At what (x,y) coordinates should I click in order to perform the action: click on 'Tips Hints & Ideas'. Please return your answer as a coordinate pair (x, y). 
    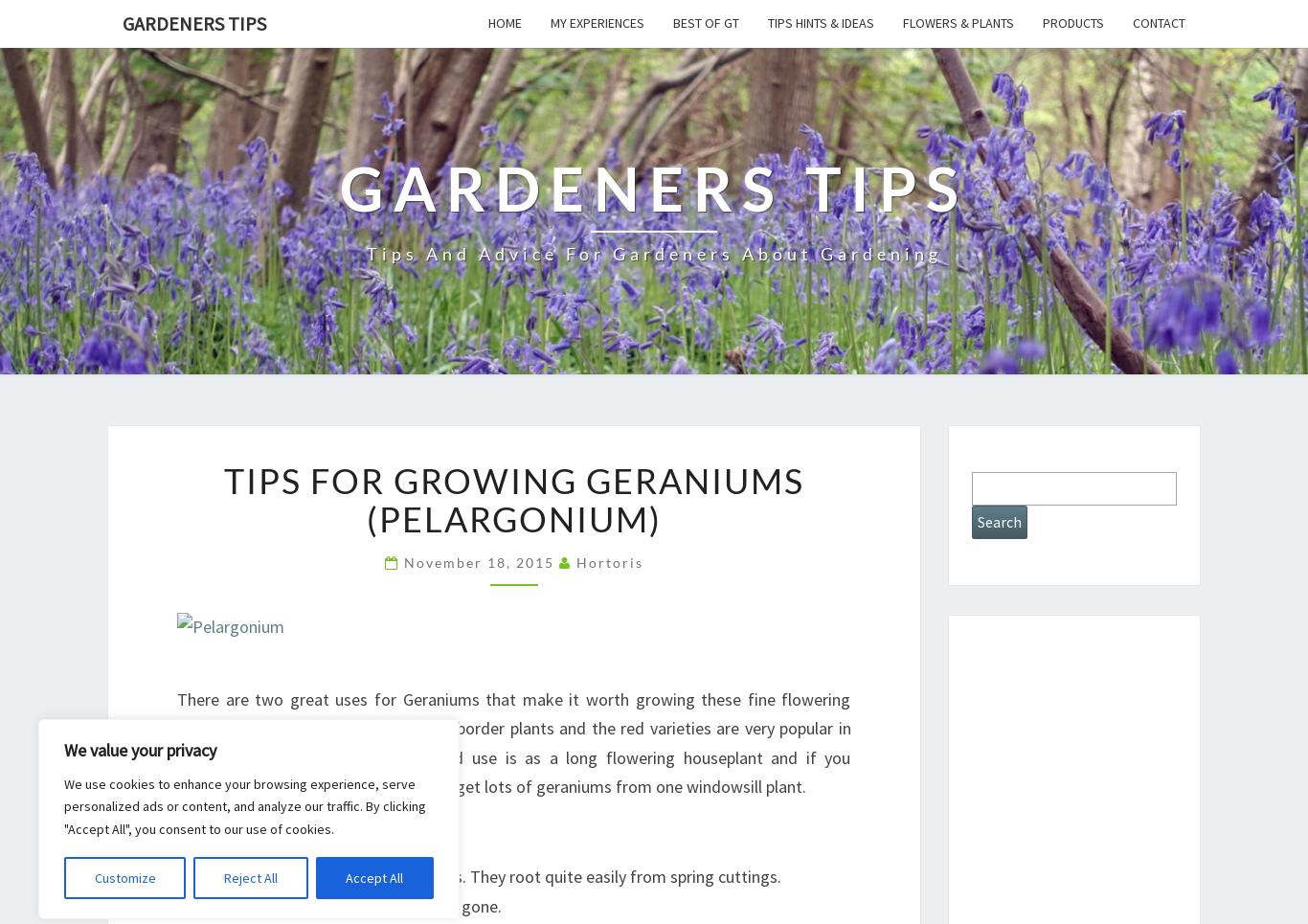
    Looking at the image, I should click on (766, 22).